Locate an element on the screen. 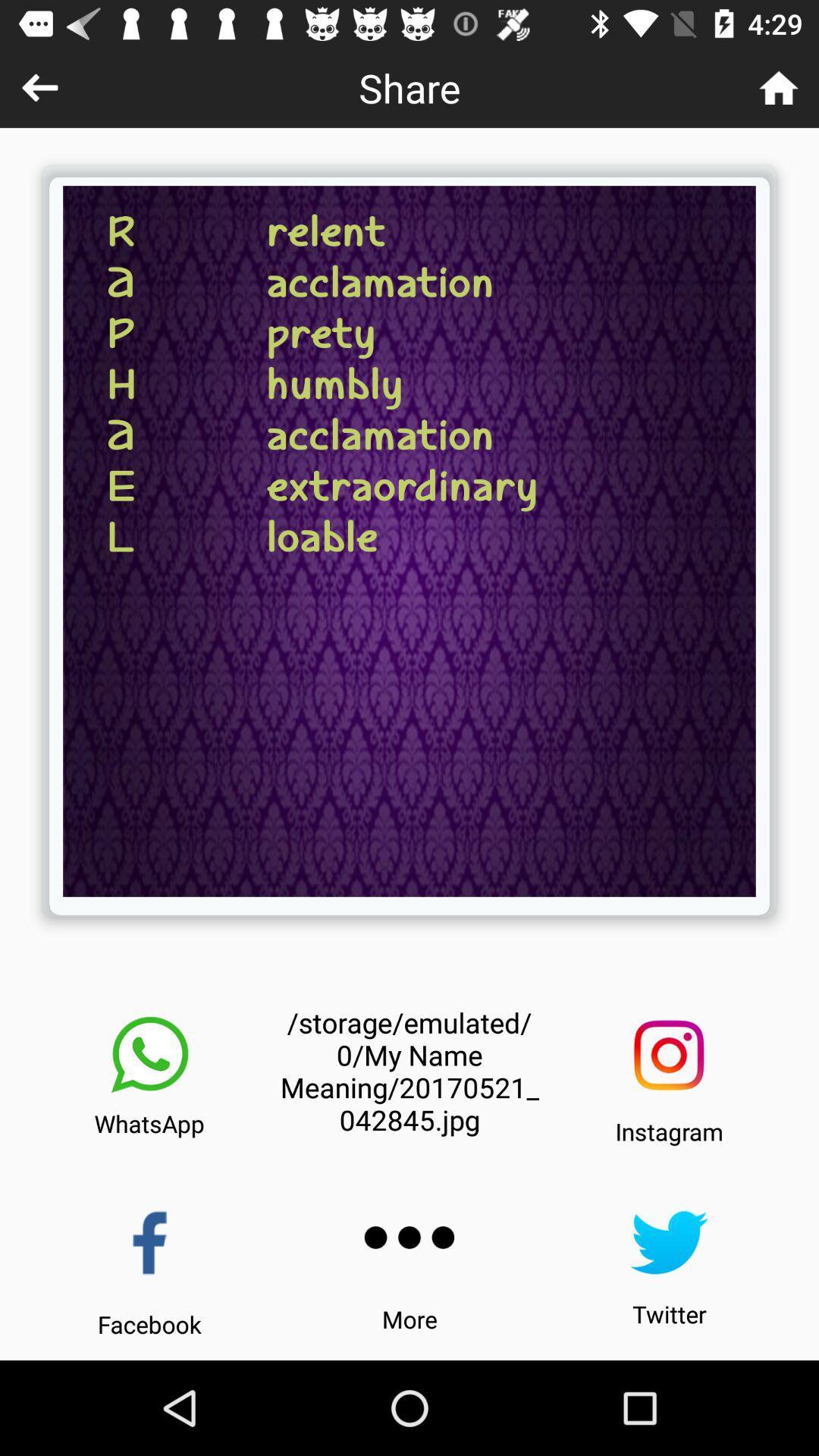  the more icon is located at coordinates (409, 1238).